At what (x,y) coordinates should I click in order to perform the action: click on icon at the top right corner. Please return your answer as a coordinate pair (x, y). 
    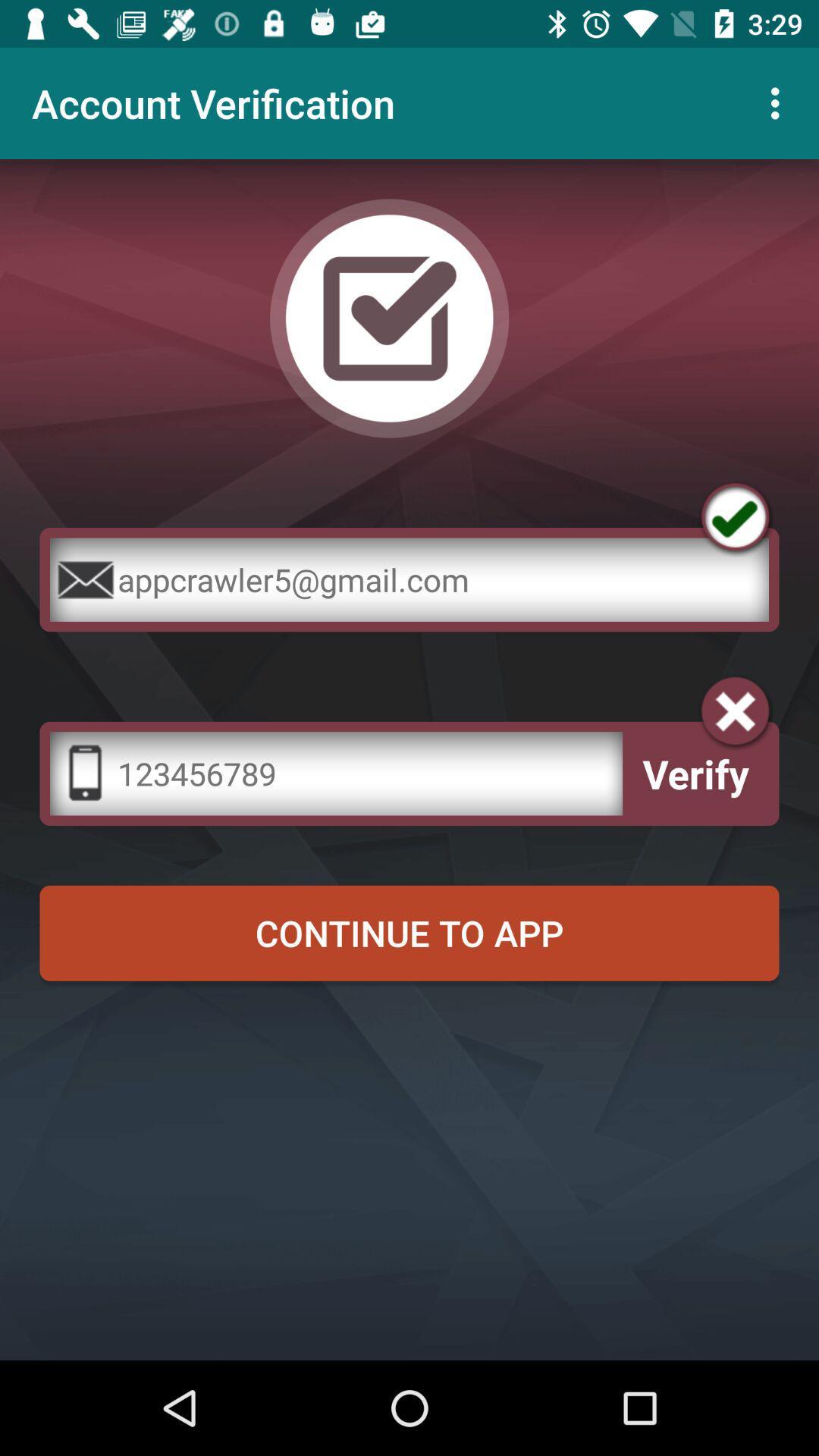
    Looking at the image, I should click on (779, 102).